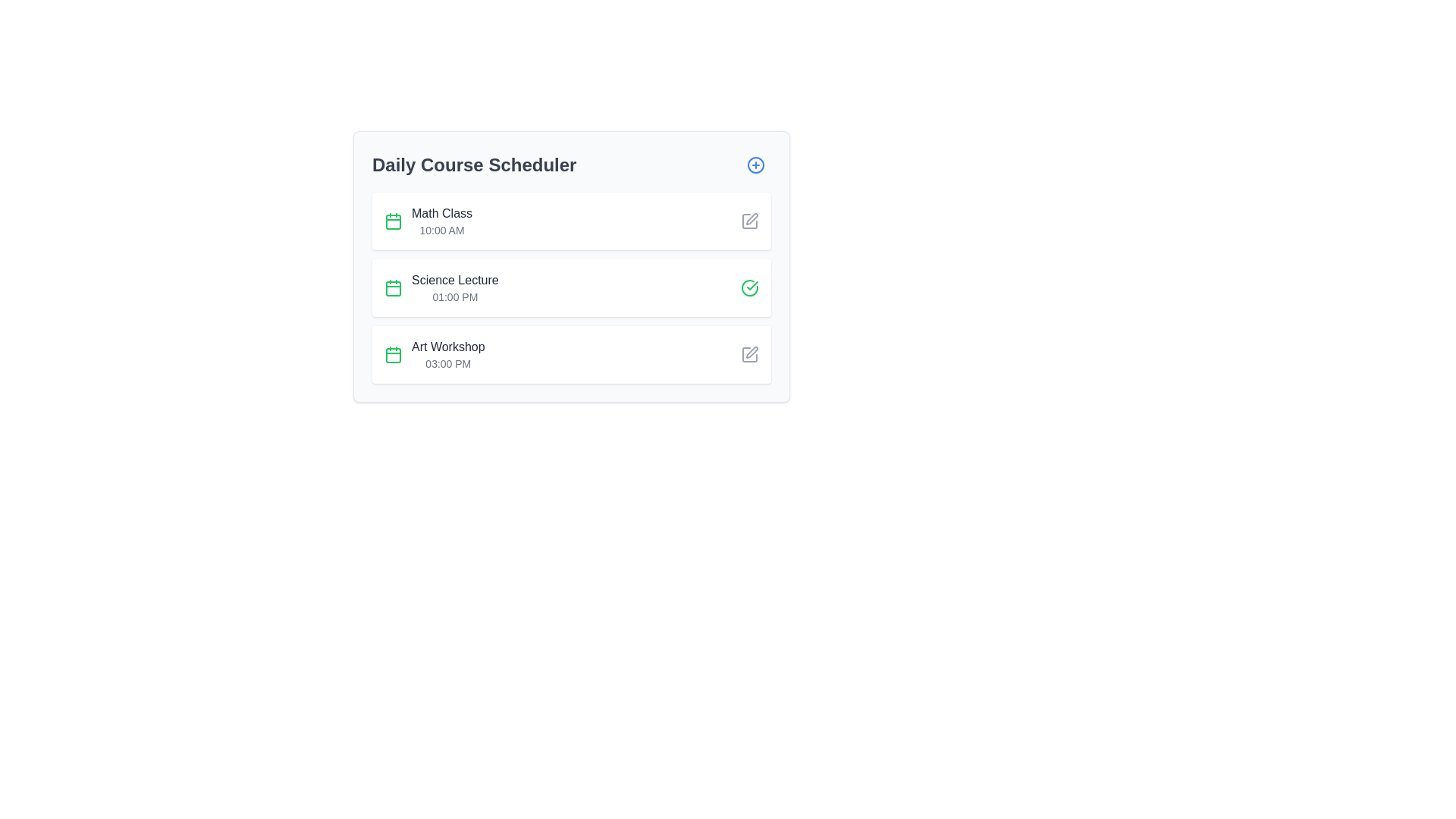 This screenshot has height=819, width=1456. I want to click on the 'Science Lecture' text label, which displays the time '01:00 PM' and is positioned below a calendar icon in the Daily Course Scheduler list, so click(454, 288).